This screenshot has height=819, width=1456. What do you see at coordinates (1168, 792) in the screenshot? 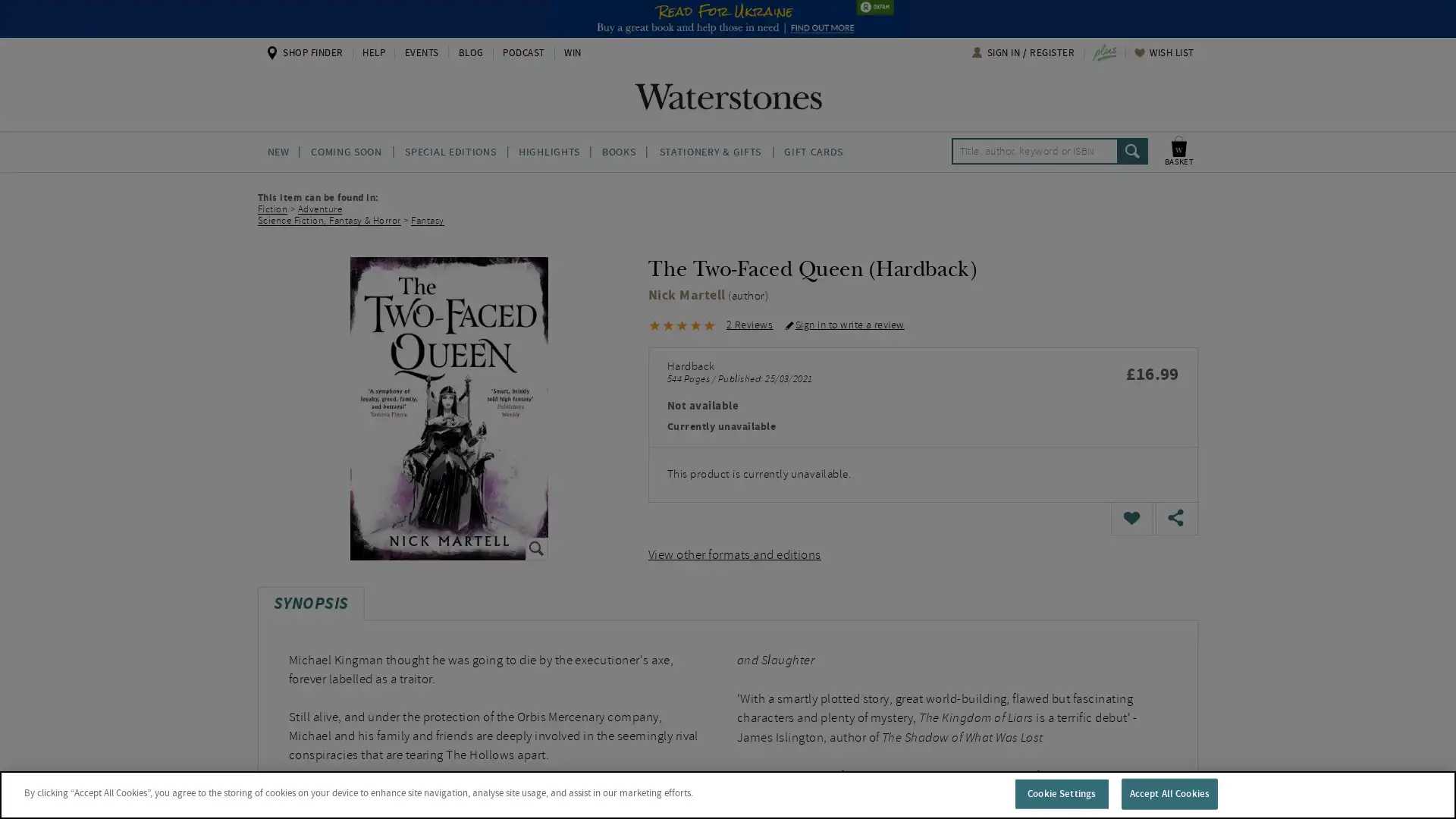
I see `Accept All Cookies` at bounding box center [1168, 792].